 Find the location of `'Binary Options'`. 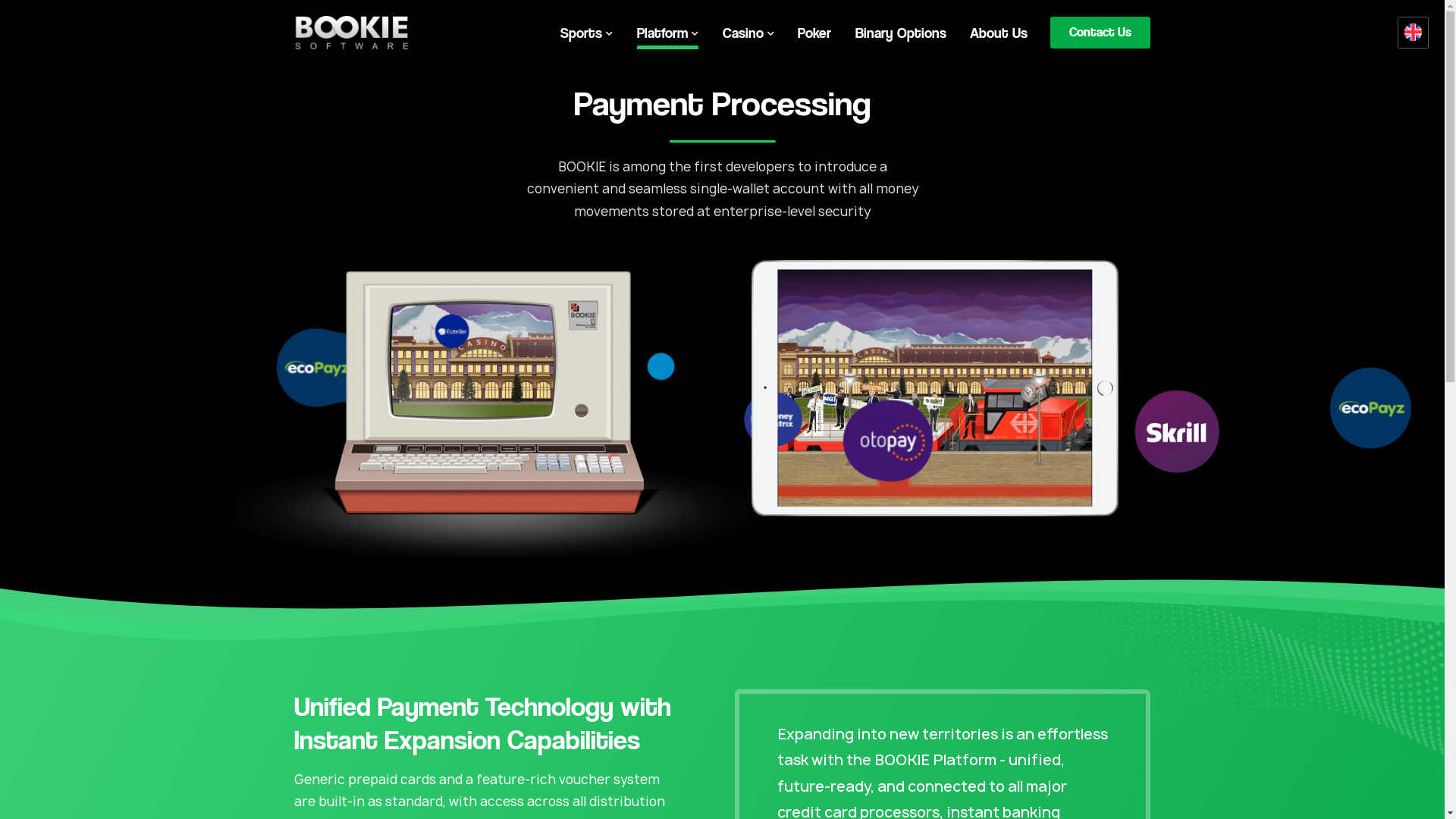

'Binary Options' is located at coordinates (767, 29).